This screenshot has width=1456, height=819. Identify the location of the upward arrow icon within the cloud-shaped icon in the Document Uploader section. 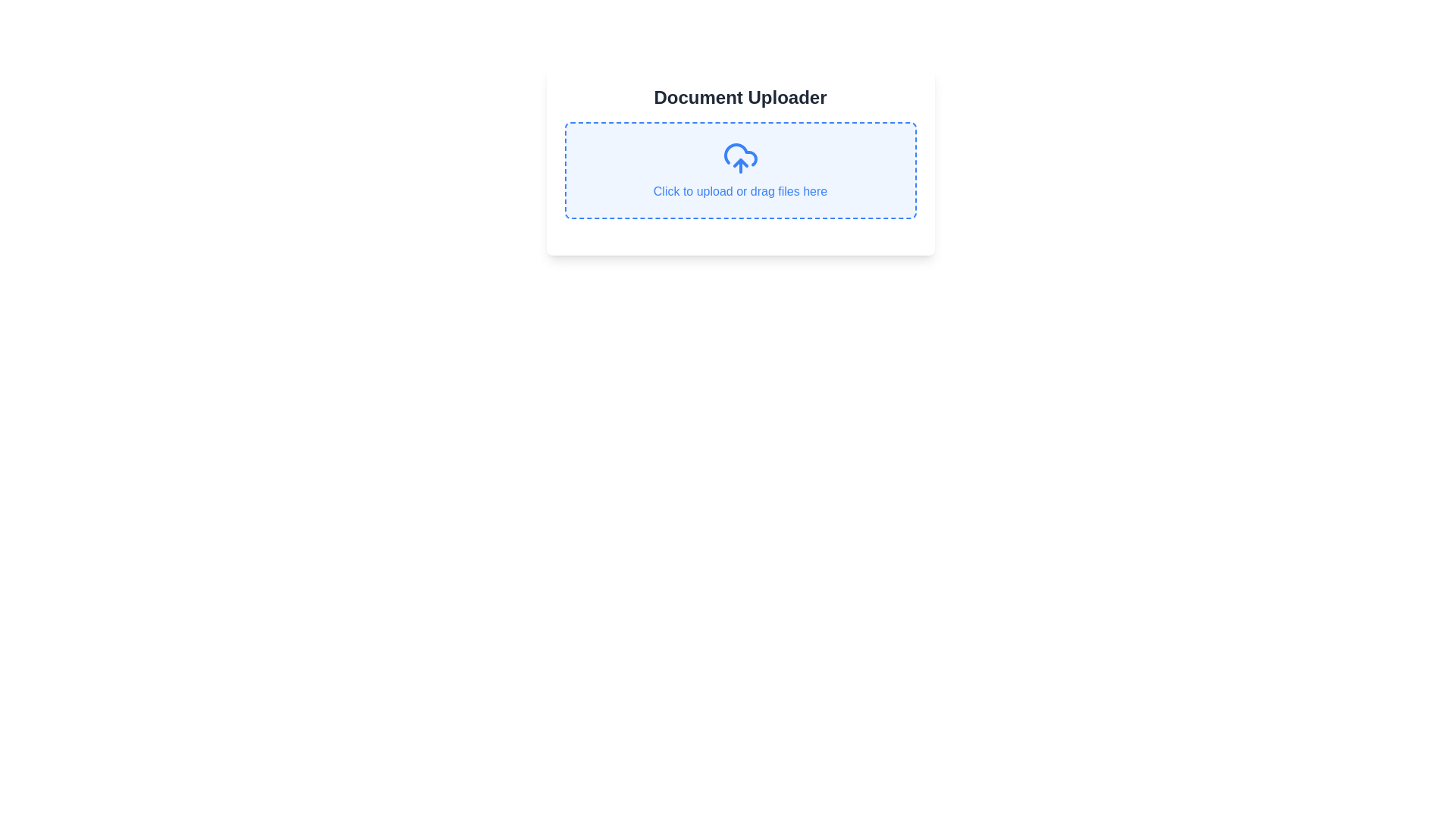
(740, 163).